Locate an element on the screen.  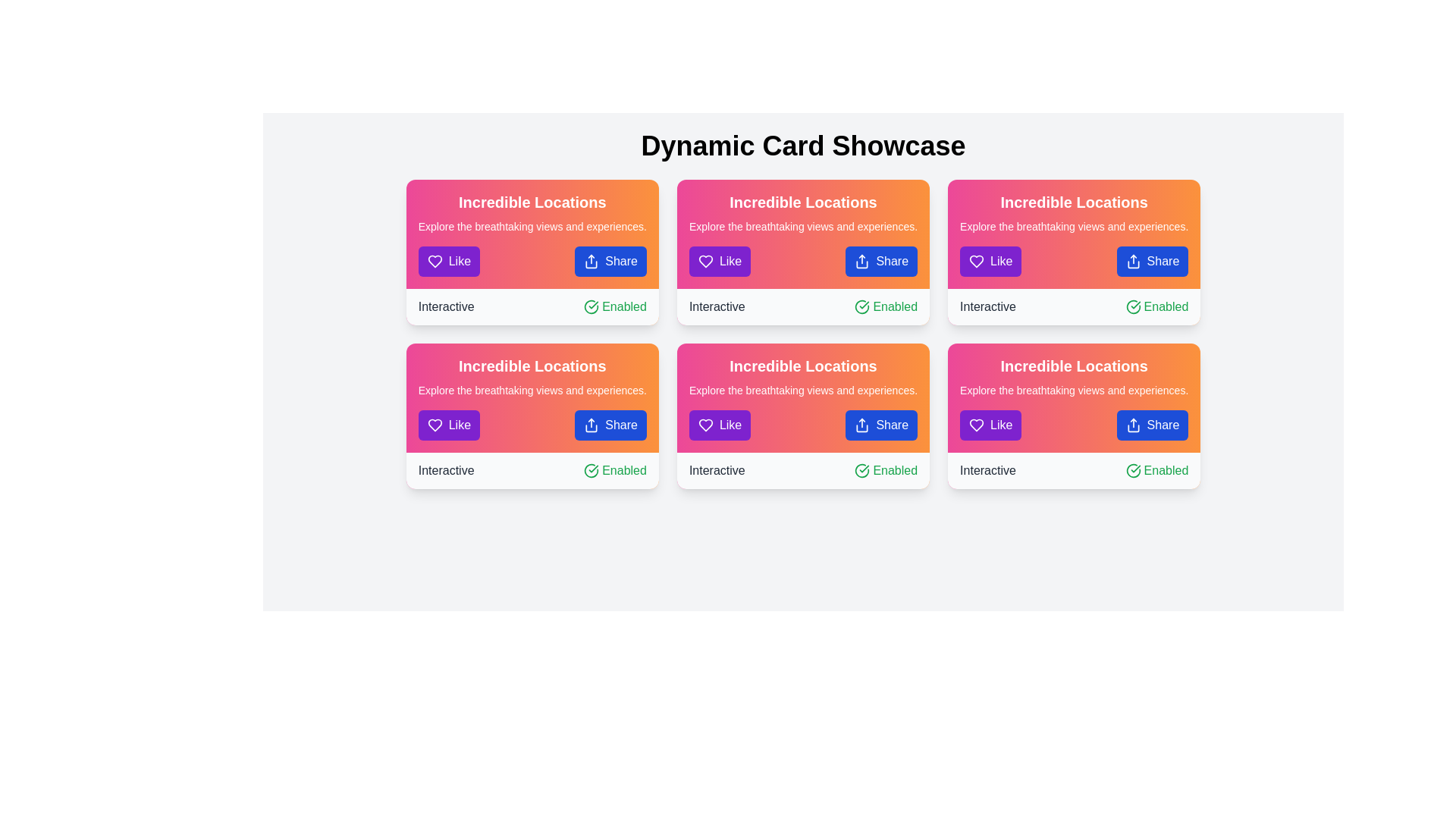
the 'Like' icon located centrally within the 'Incredible Locations' card, positioned to the left of the 'Share' button, to express preference is located at coordinates (434, 425).